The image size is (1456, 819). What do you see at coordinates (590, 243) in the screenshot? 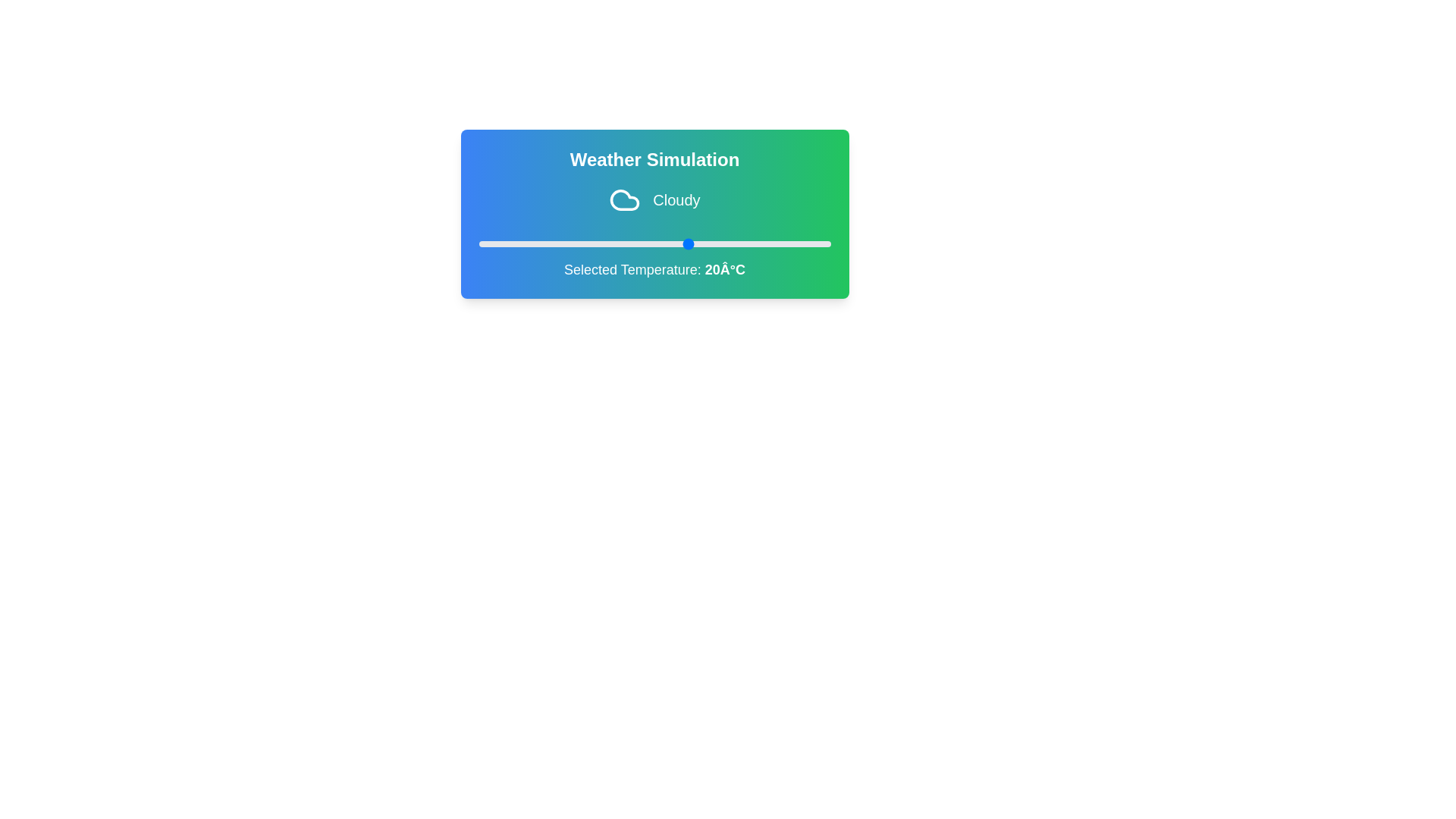
I see `the temperature` at bounding box center [590, 243].